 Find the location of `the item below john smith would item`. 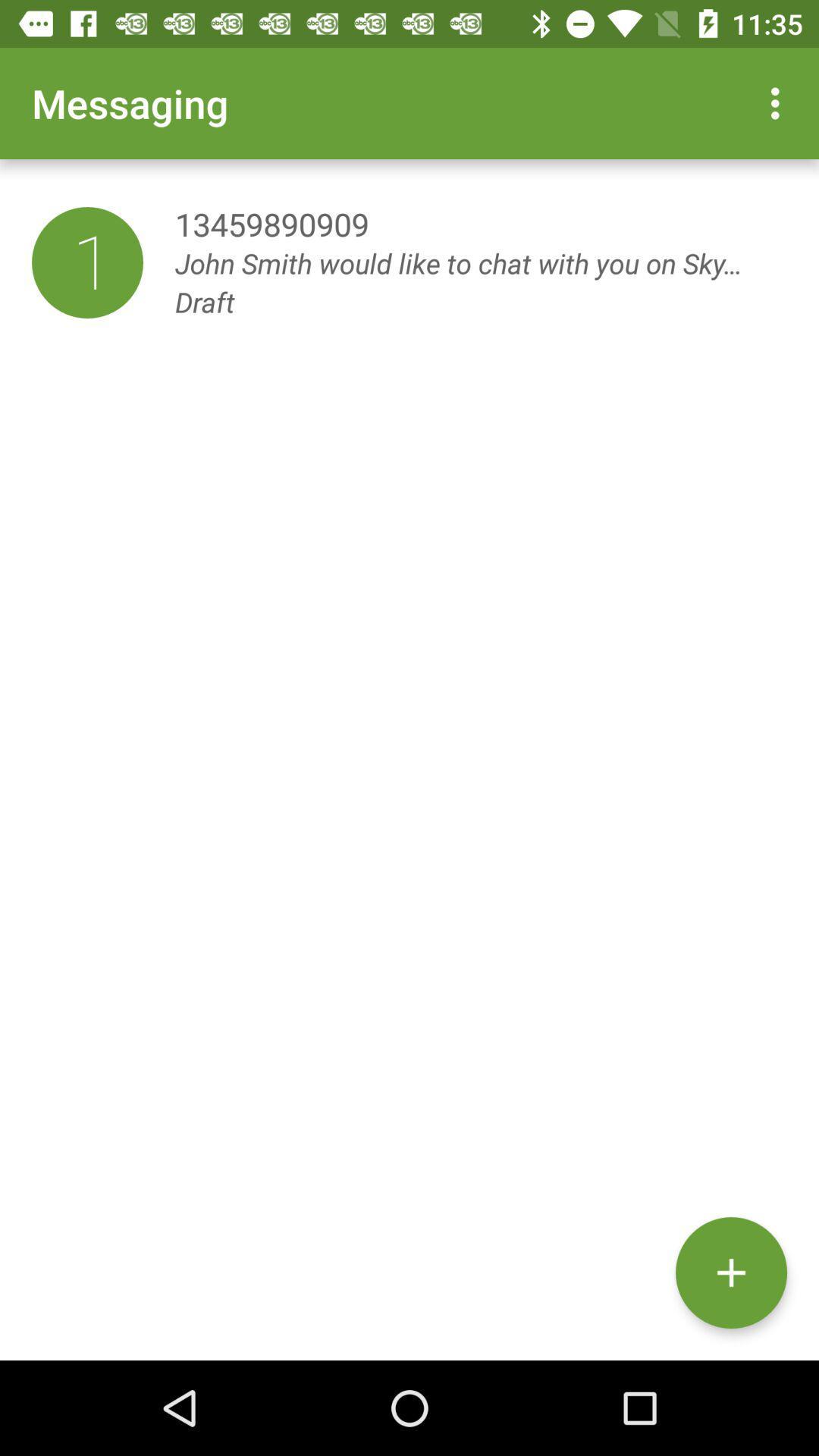

the item below john smith would item is located at coordinates (730, 1272).